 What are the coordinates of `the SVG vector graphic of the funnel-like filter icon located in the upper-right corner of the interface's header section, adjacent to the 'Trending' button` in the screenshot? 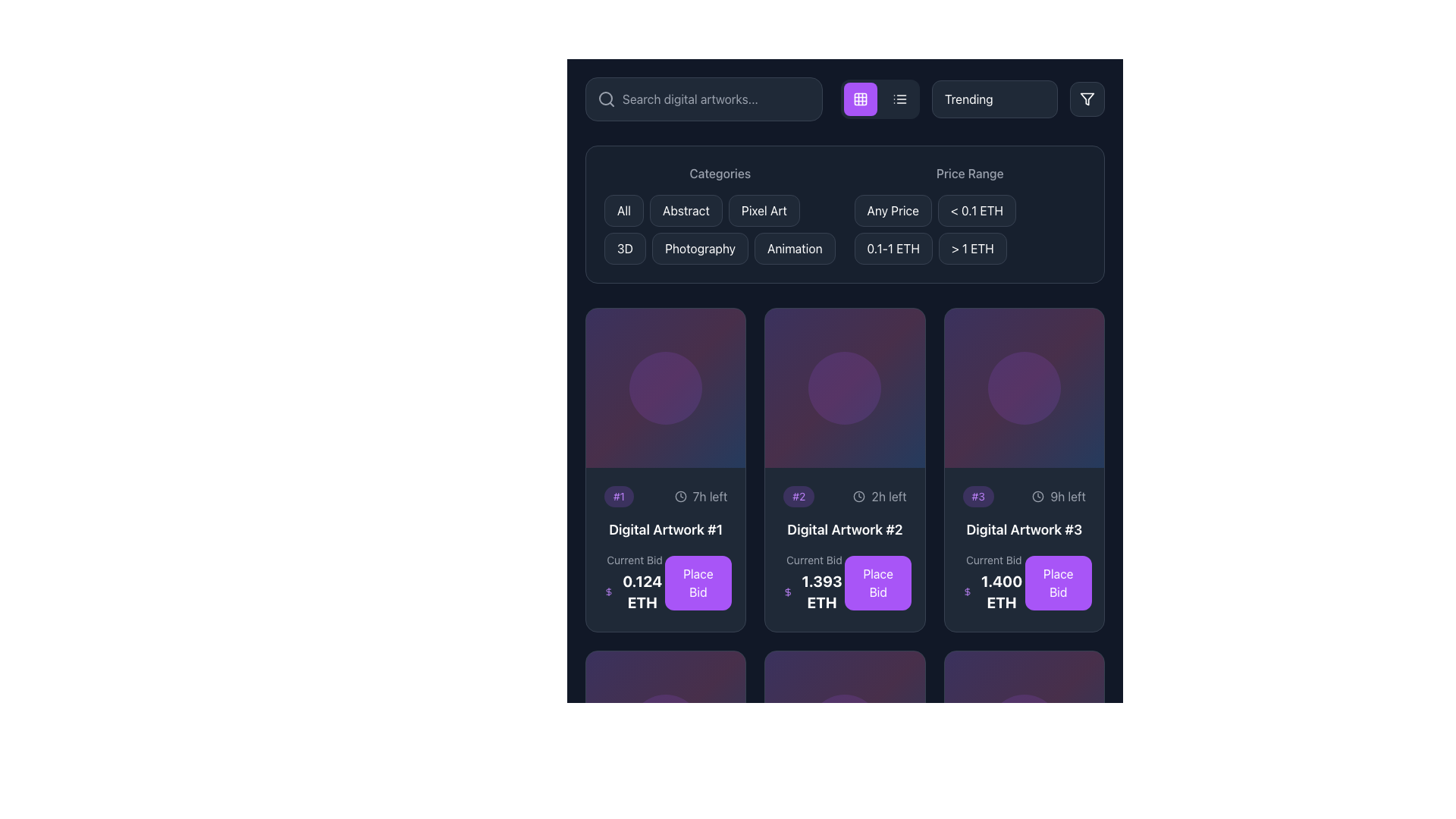 It's located at (1087, 99).